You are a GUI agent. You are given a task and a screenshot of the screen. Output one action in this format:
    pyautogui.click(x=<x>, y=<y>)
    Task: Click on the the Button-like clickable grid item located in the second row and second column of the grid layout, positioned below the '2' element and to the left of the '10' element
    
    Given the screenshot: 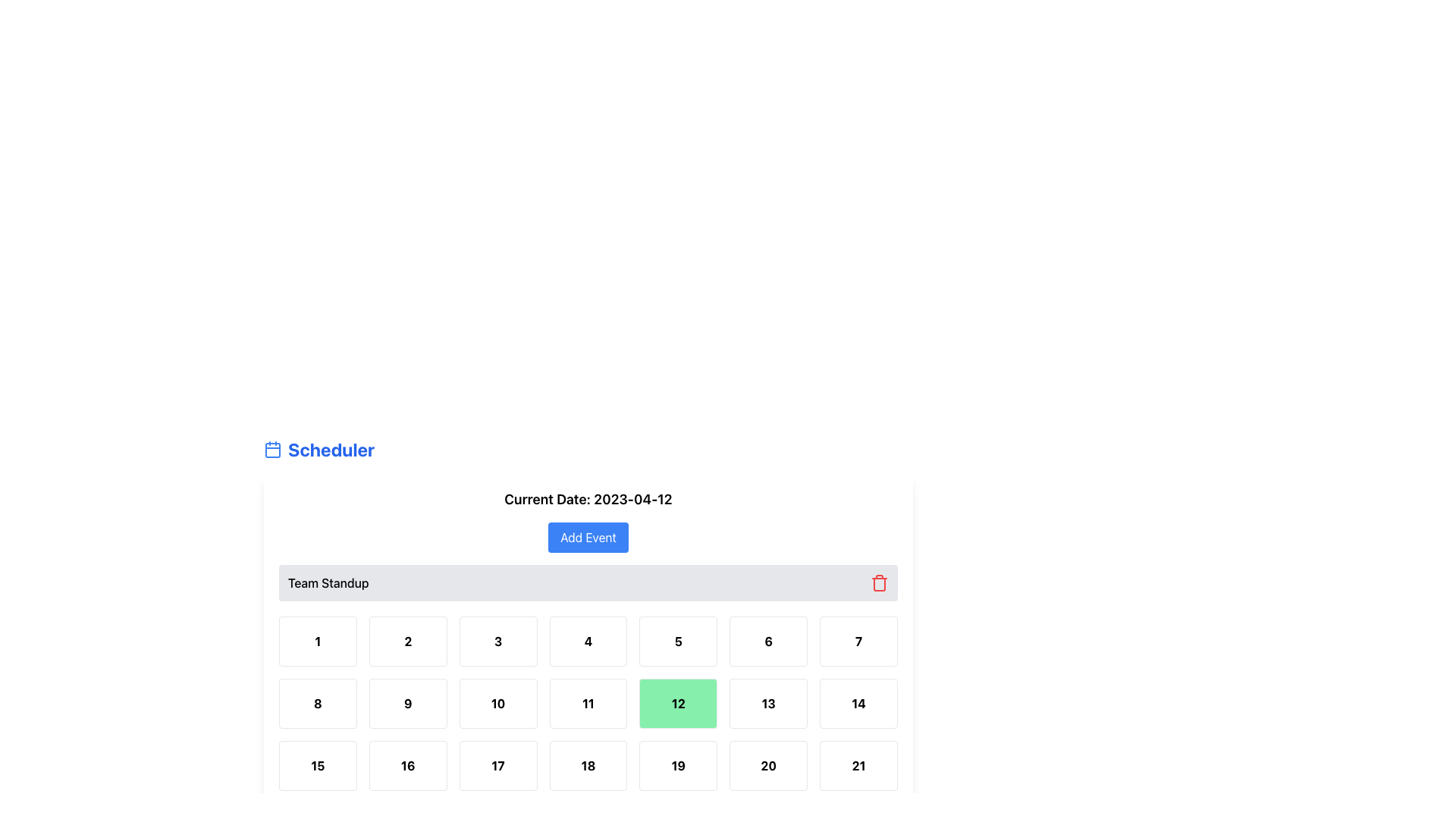 What is the action you would take?
    pyautogui.click(x=407, y=704)
    